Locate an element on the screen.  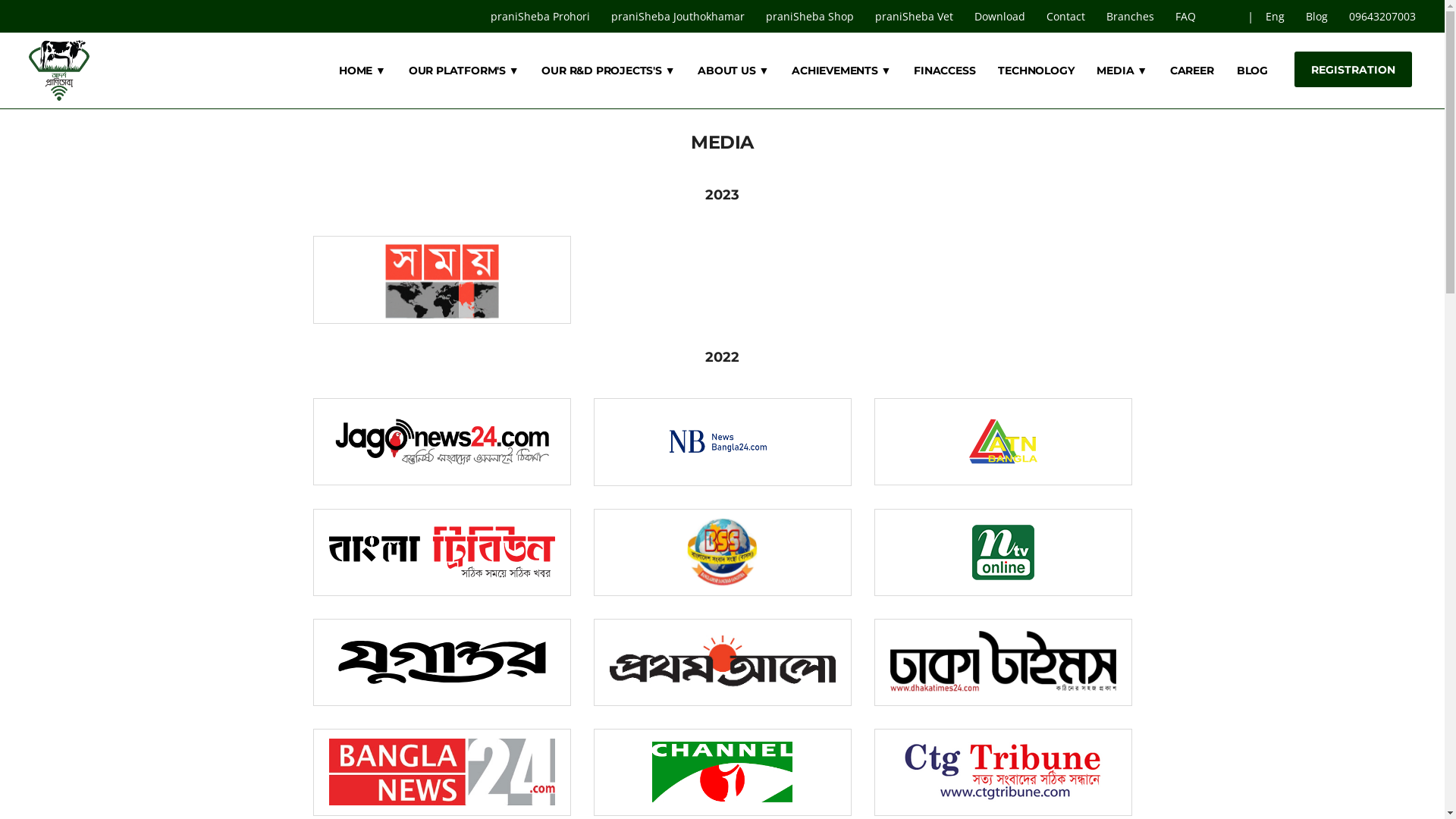
'CAREER' is located at coordinates (1191, 70).